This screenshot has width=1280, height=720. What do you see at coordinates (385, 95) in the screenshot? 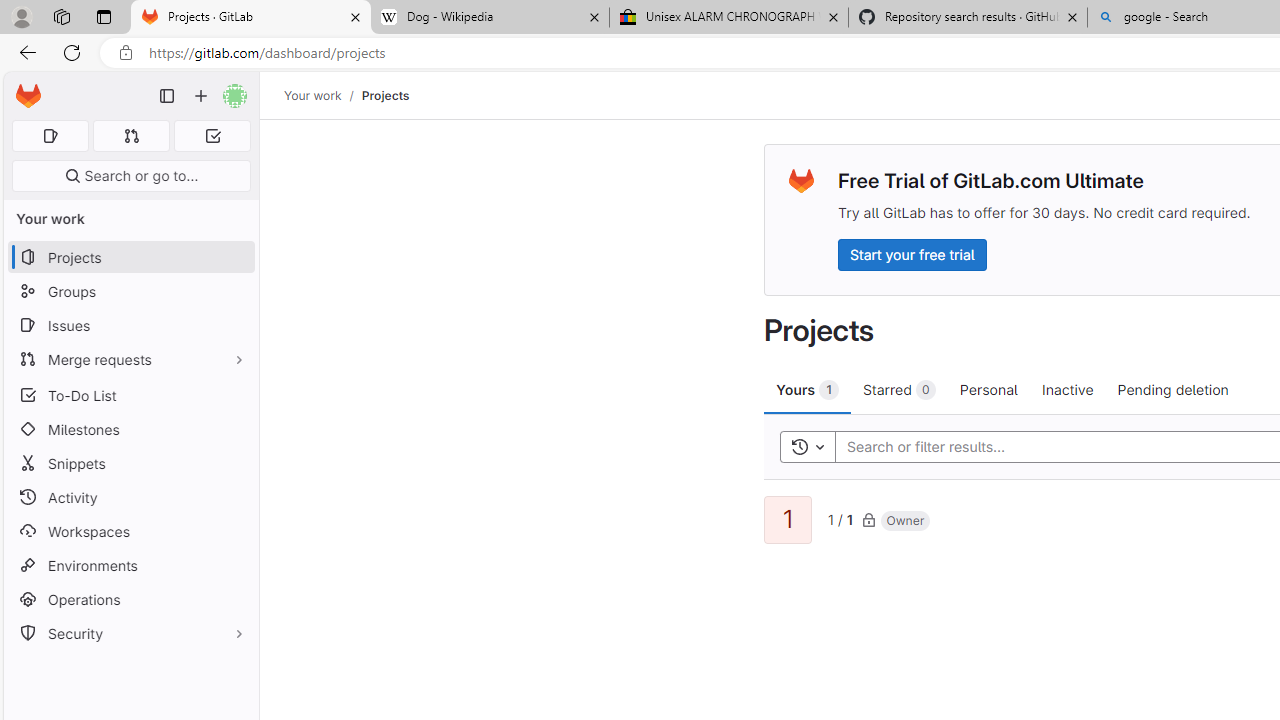
I see `'Projects'` at bounding box center [385, 95].